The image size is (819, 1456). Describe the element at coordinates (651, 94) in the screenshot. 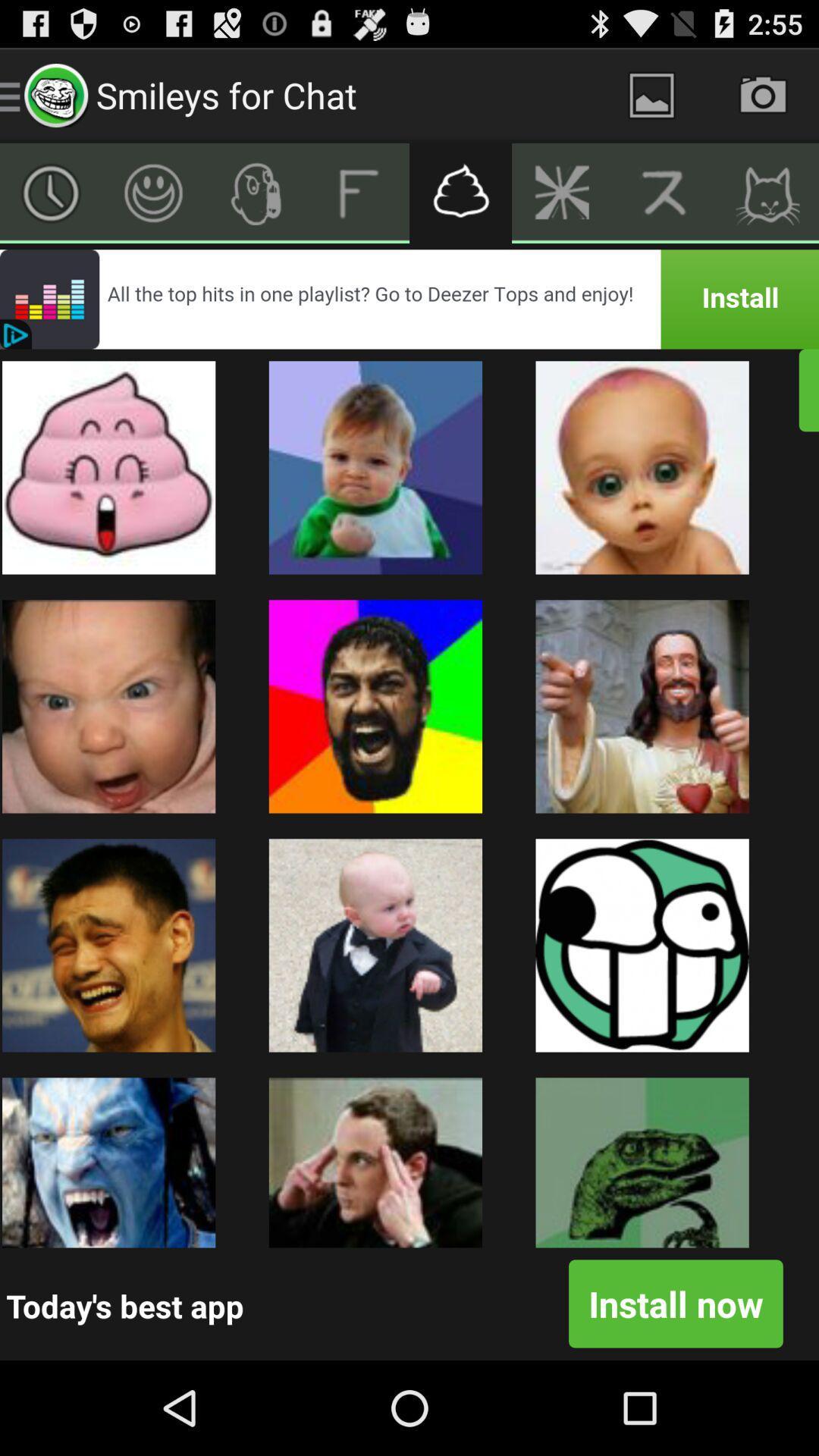

I see `image page` at that location.